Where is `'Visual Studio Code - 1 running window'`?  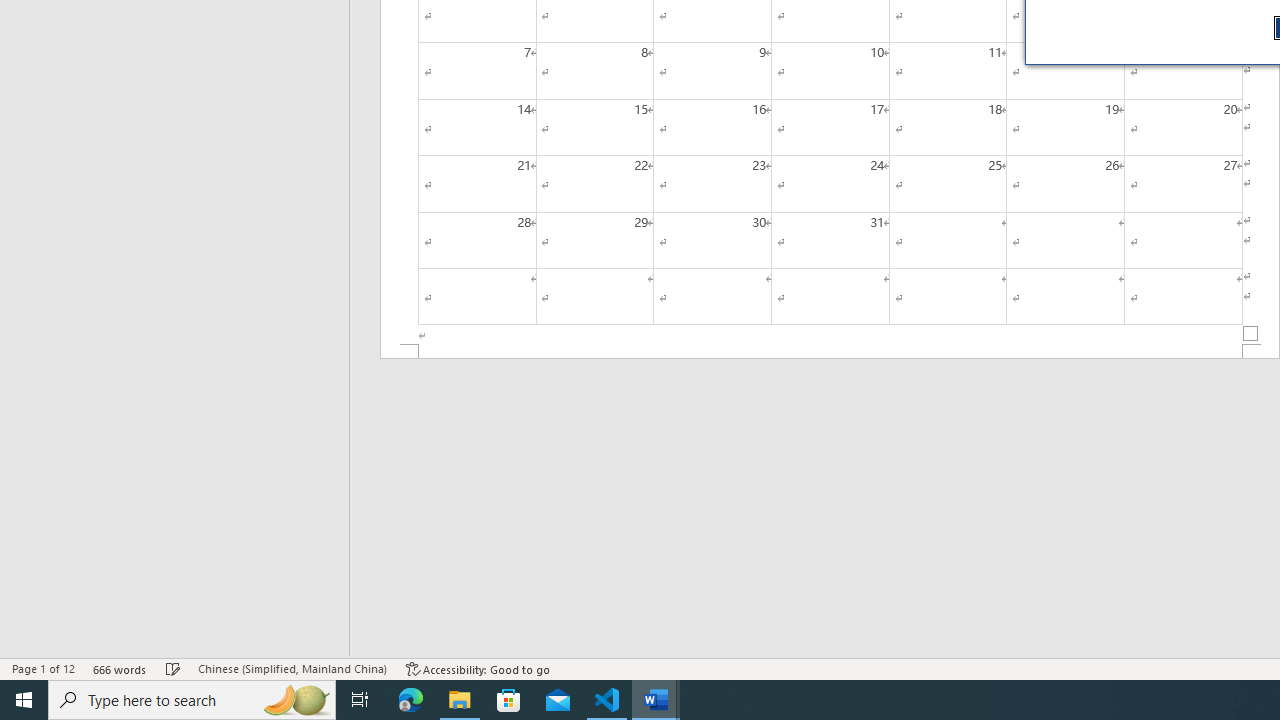
'Visual Studio Code - 1 running window' is located at coordinates (606, 698).